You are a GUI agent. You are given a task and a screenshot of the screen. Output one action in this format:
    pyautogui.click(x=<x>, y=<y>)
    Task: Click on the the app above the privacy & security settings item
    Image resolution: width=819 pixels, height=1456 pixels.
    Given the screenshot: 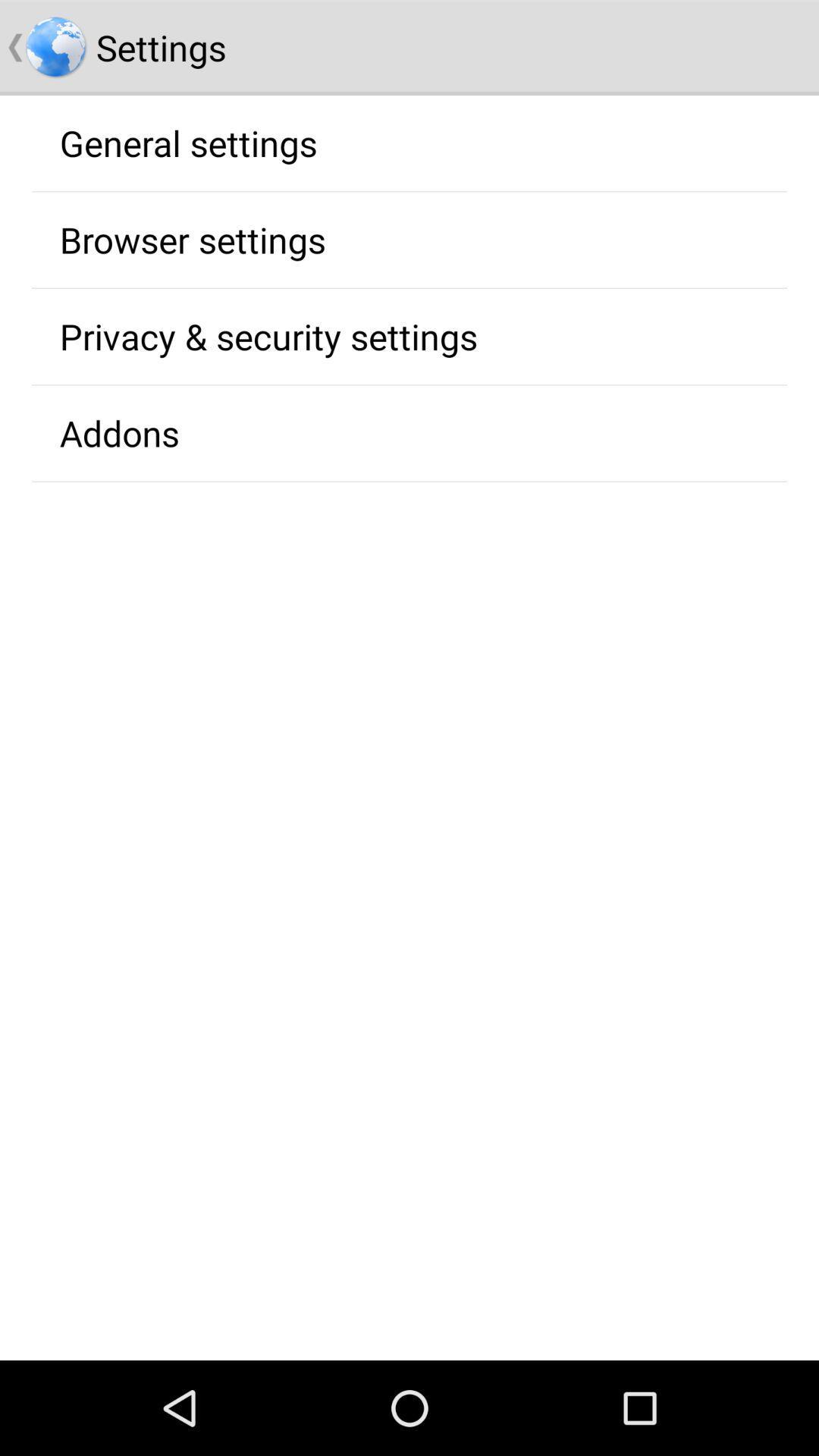 What is the action you would take?
    pyautogui.click(x=192, y=239)
    